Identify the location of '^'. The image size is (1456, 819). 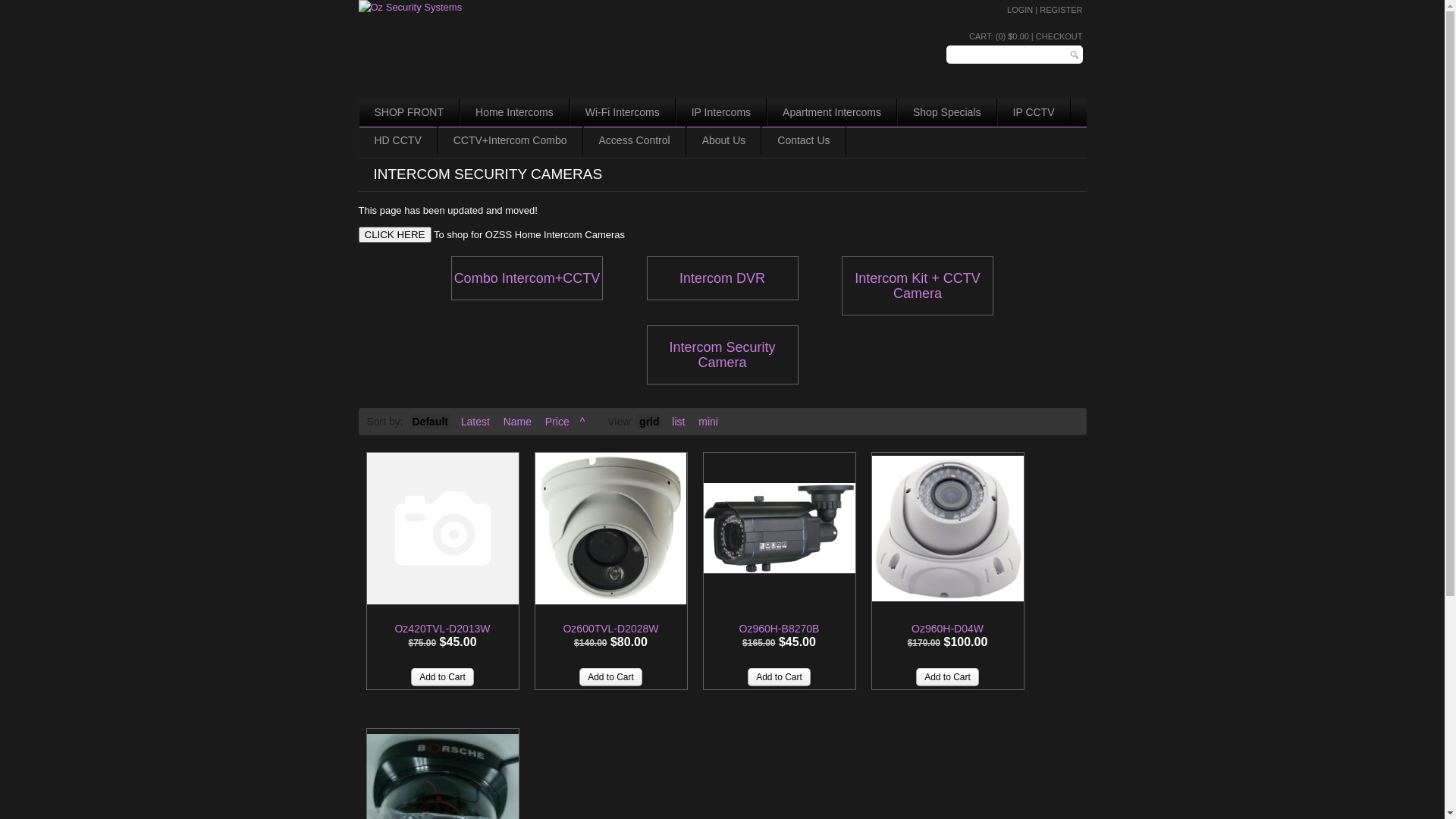
(582, 421).